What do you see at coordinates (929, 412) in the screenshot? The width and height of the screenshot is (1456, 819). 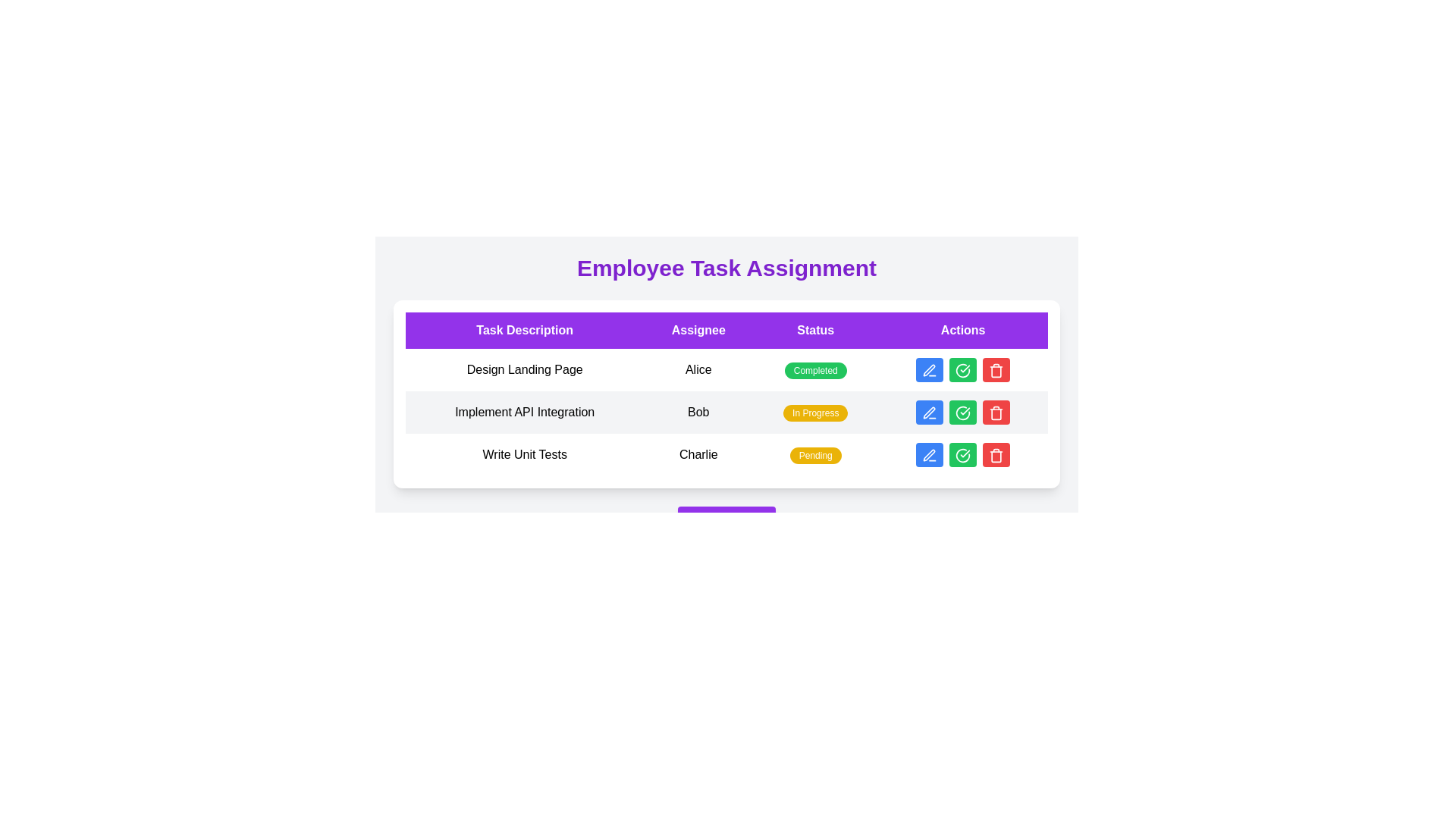 I see `the 'Edit' button in the 'Actions' column of the task 'Implement API Integration' assigned to 'Bob'` at bounding box center [929, 412].